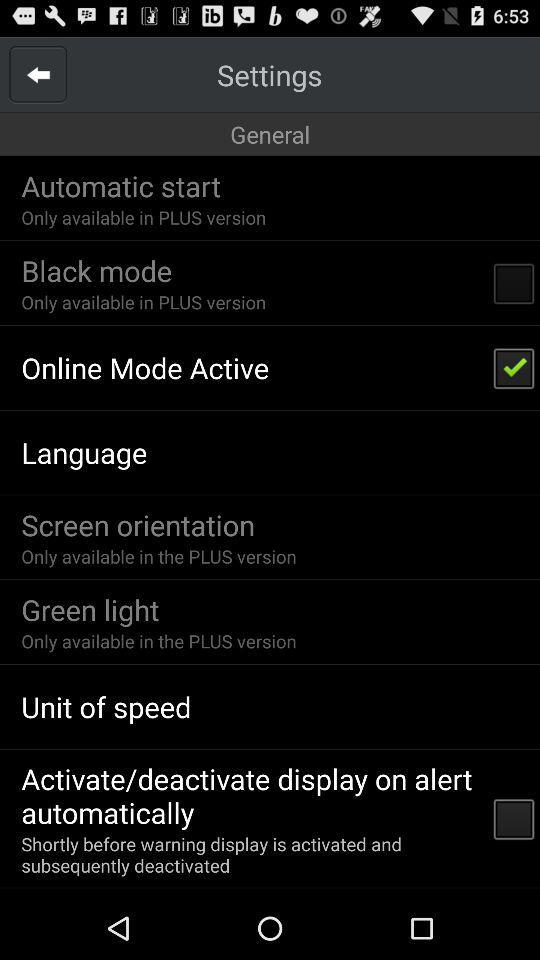 This screenshot has height=960, width=540. I want to click on the second check box, so click(514, 366).